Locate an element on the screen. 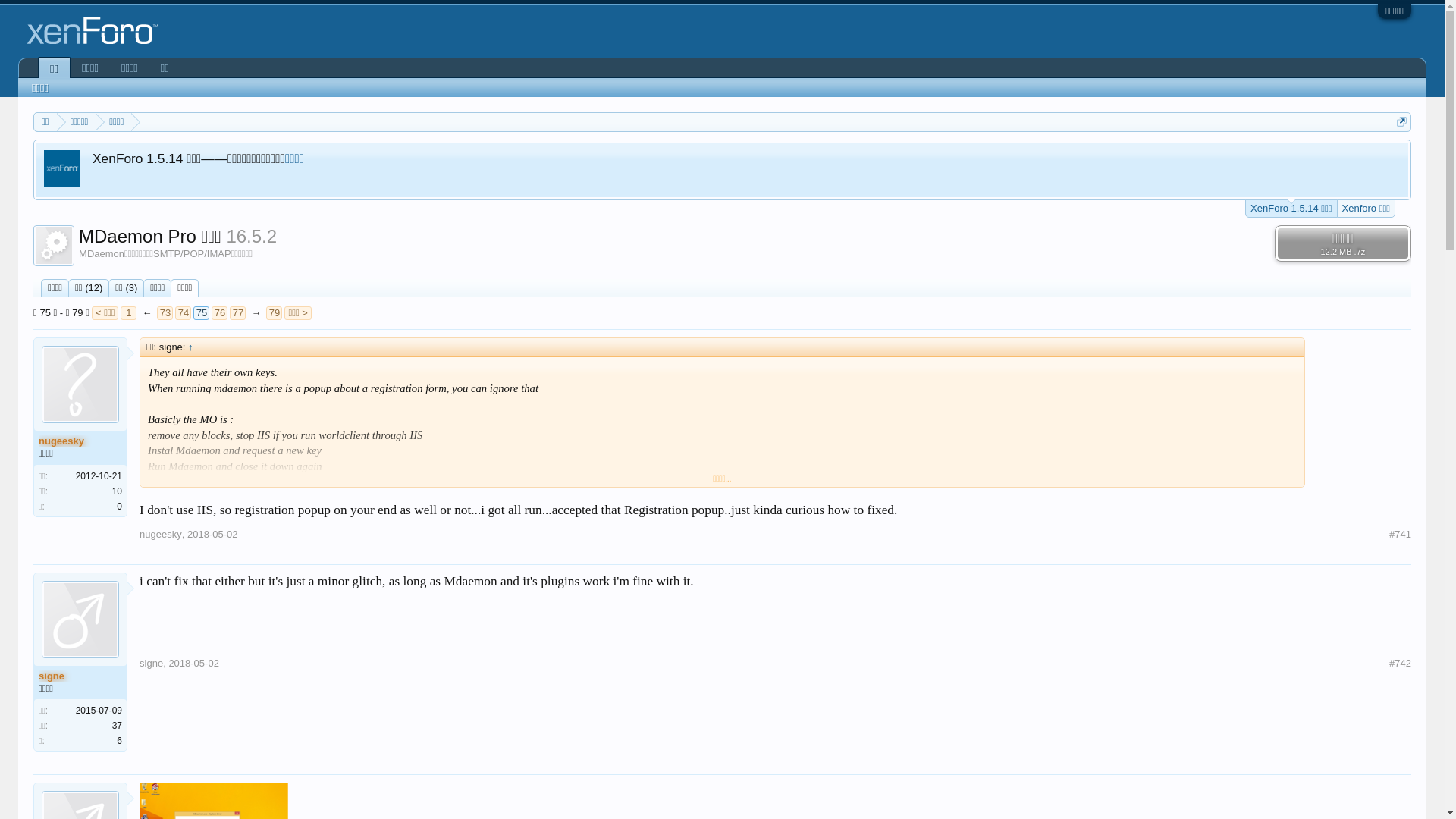  '2018-05-02' is located at coordinates (193, 662).